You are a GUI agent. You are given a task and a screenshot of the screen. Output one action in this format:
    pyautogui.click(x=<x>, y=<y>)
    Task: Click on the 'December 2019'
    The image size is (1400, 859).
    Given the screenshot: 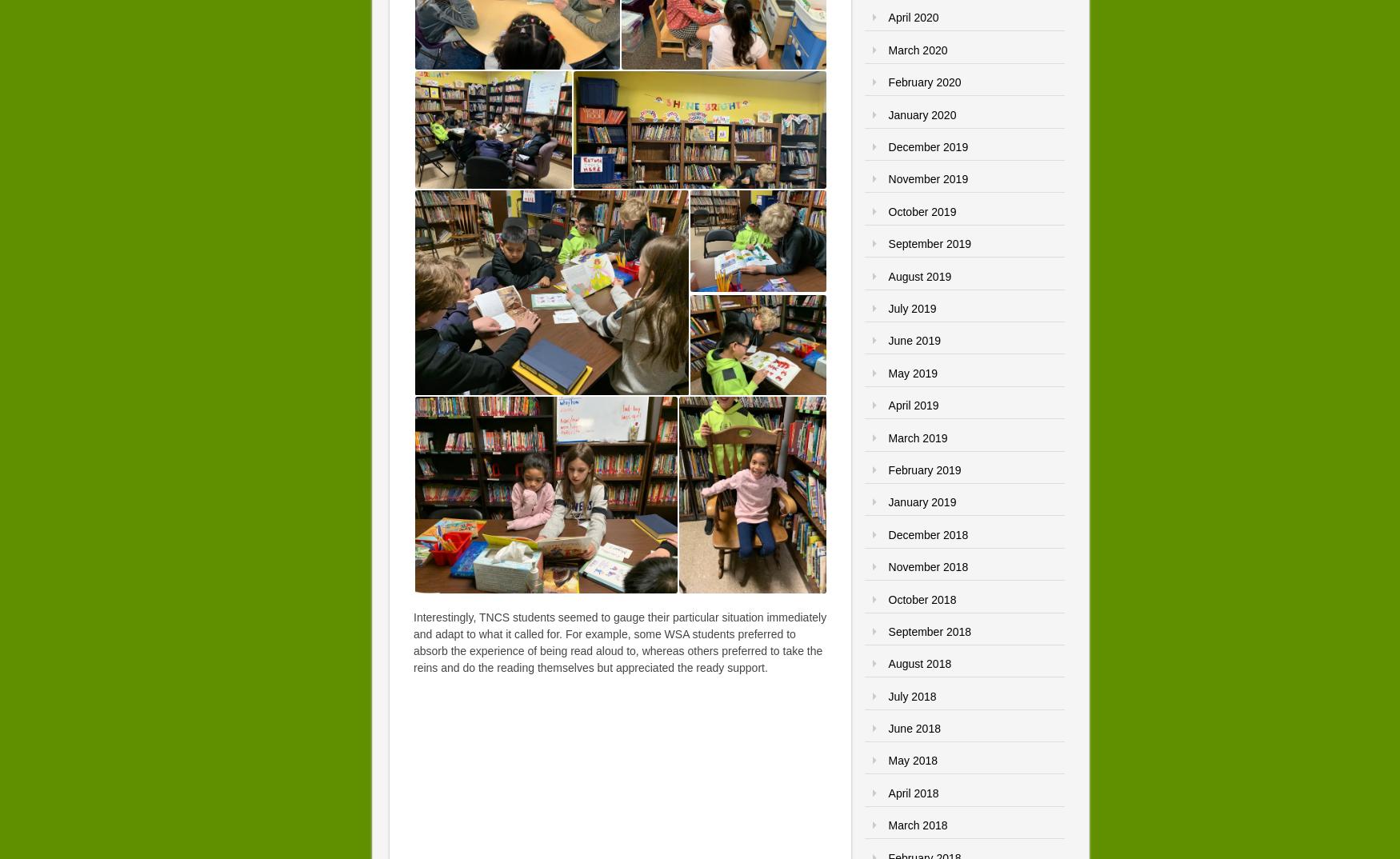 What is the action you would take?
    pyautogui.click(x=927, y=146)
    